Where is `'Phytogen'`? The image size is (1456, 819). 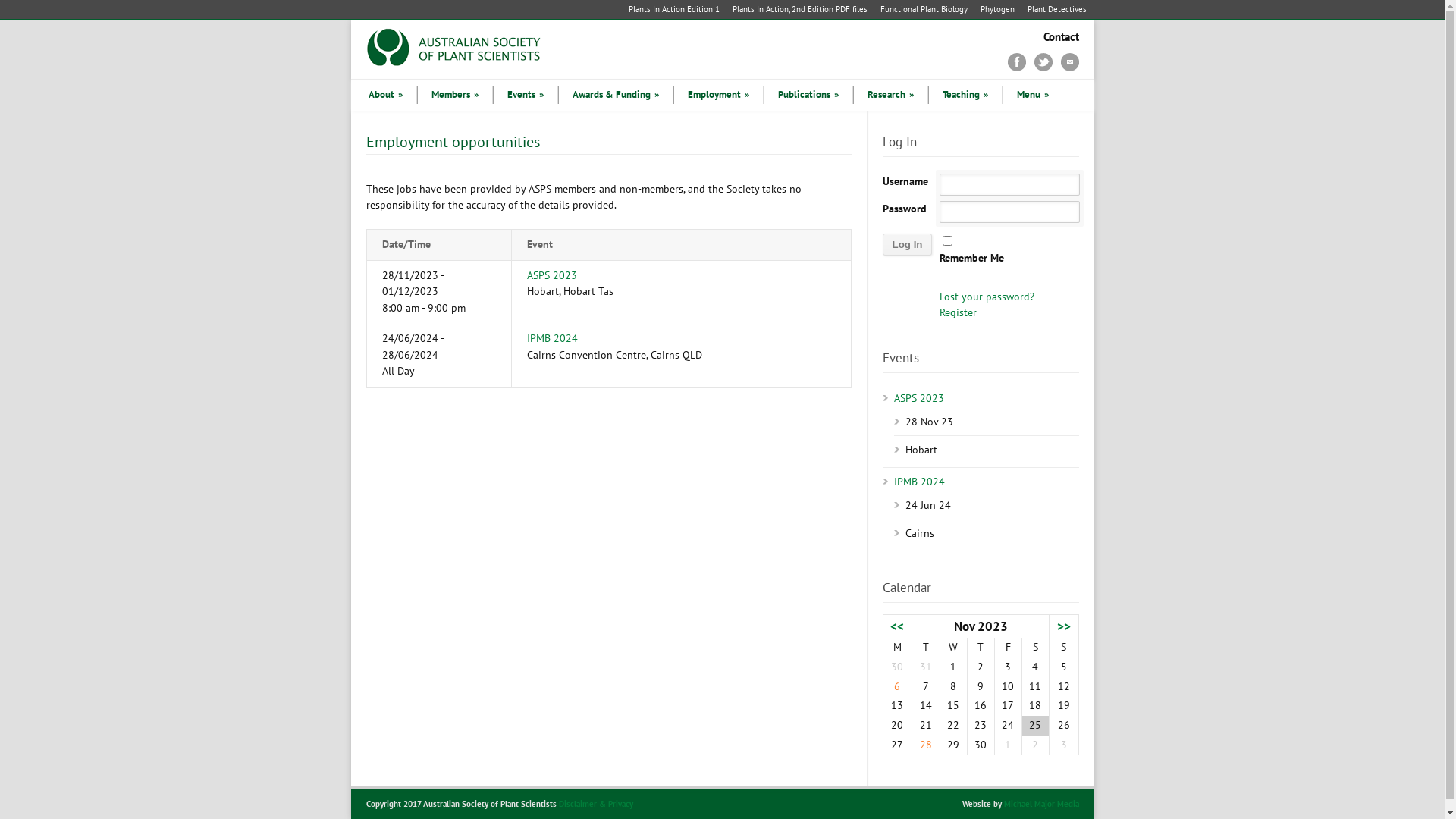
'Phytogen' is located at coordinates (997, 9).